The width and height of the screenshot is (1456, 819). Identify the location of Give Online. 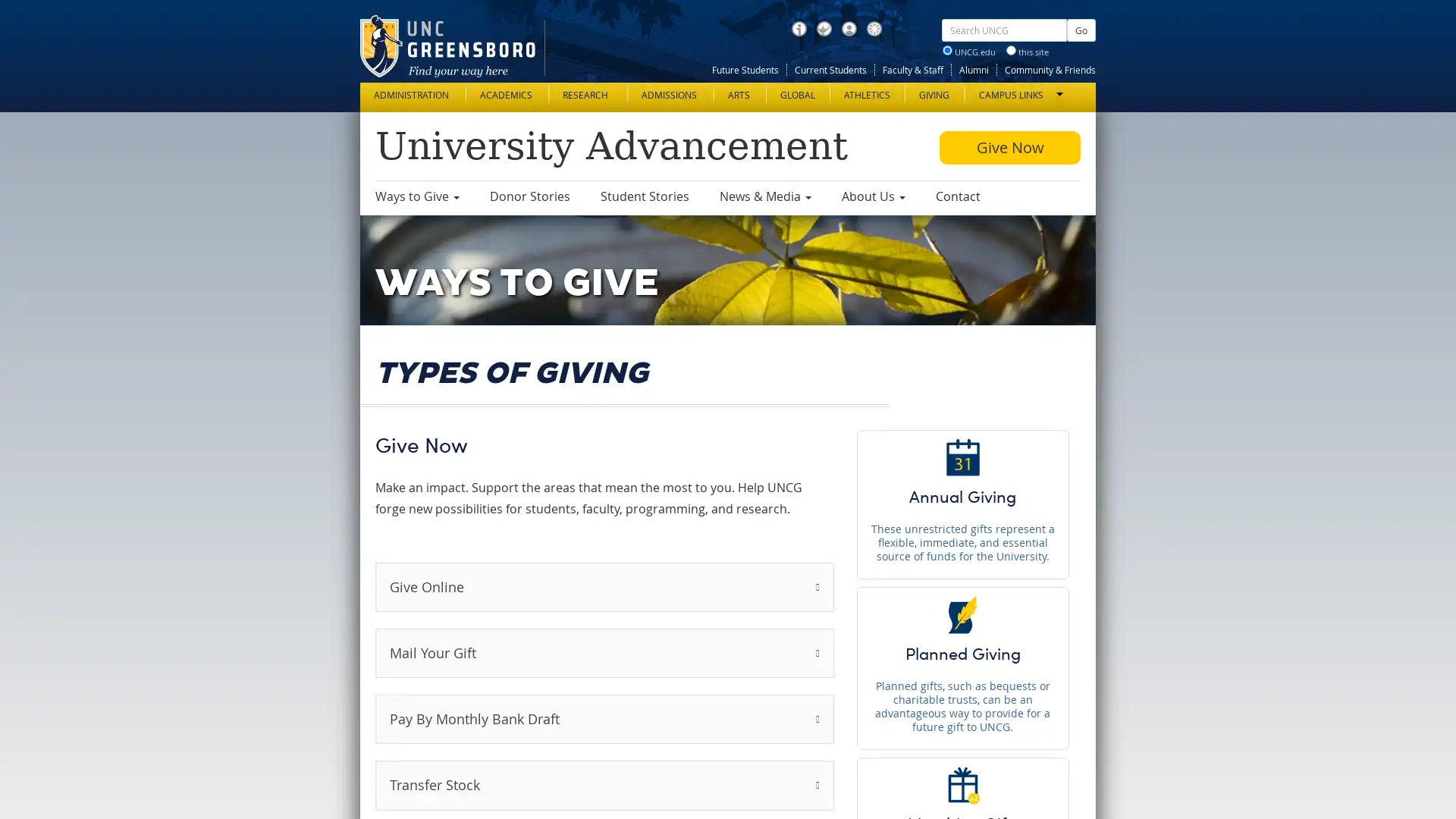
(603, 586).